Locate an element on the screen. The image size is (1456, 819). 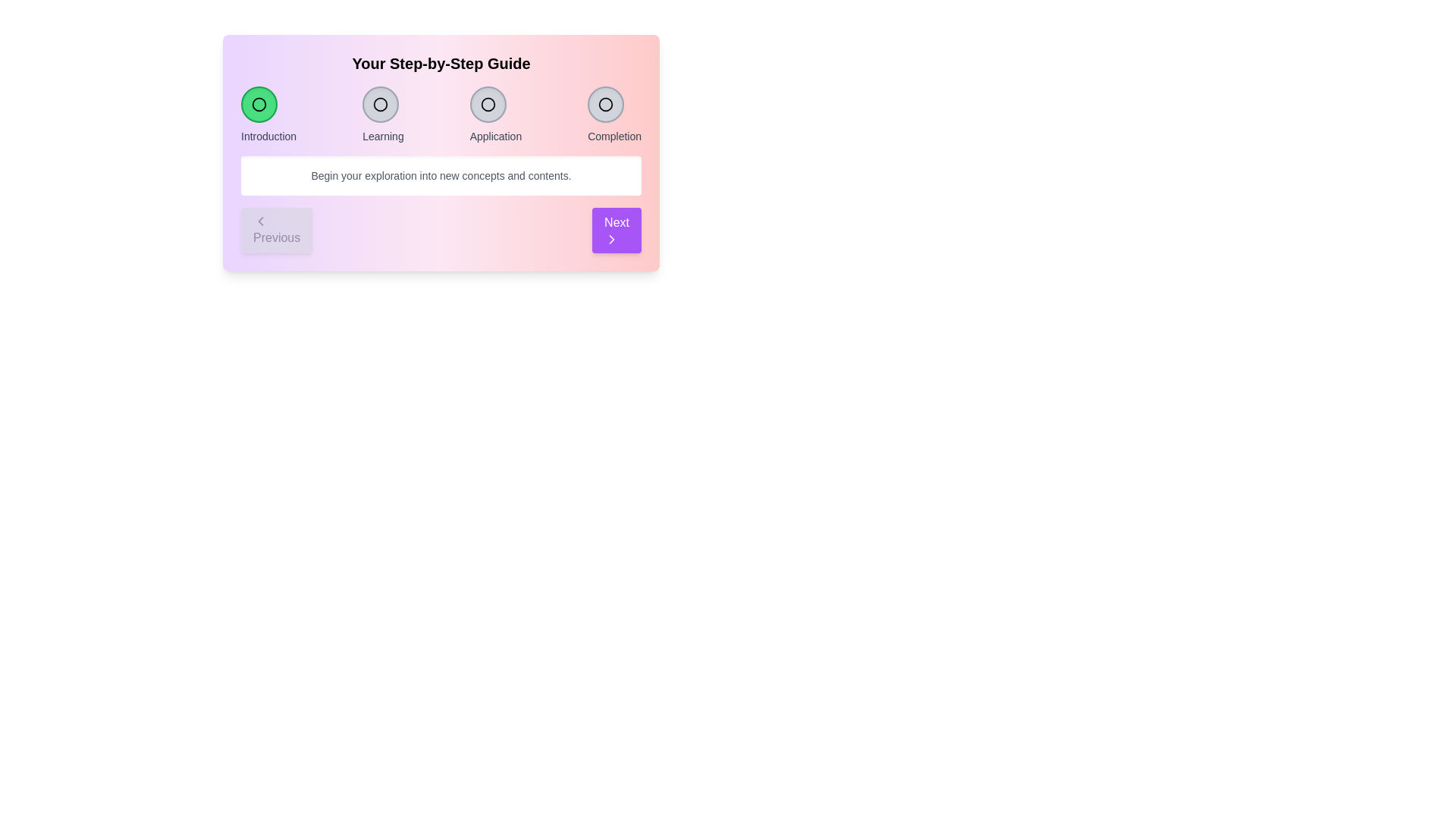
the SVG vector circle that represents the core of the completion step indicator, which is the third circle in the step navigation design is located at coordinates (605, 104).